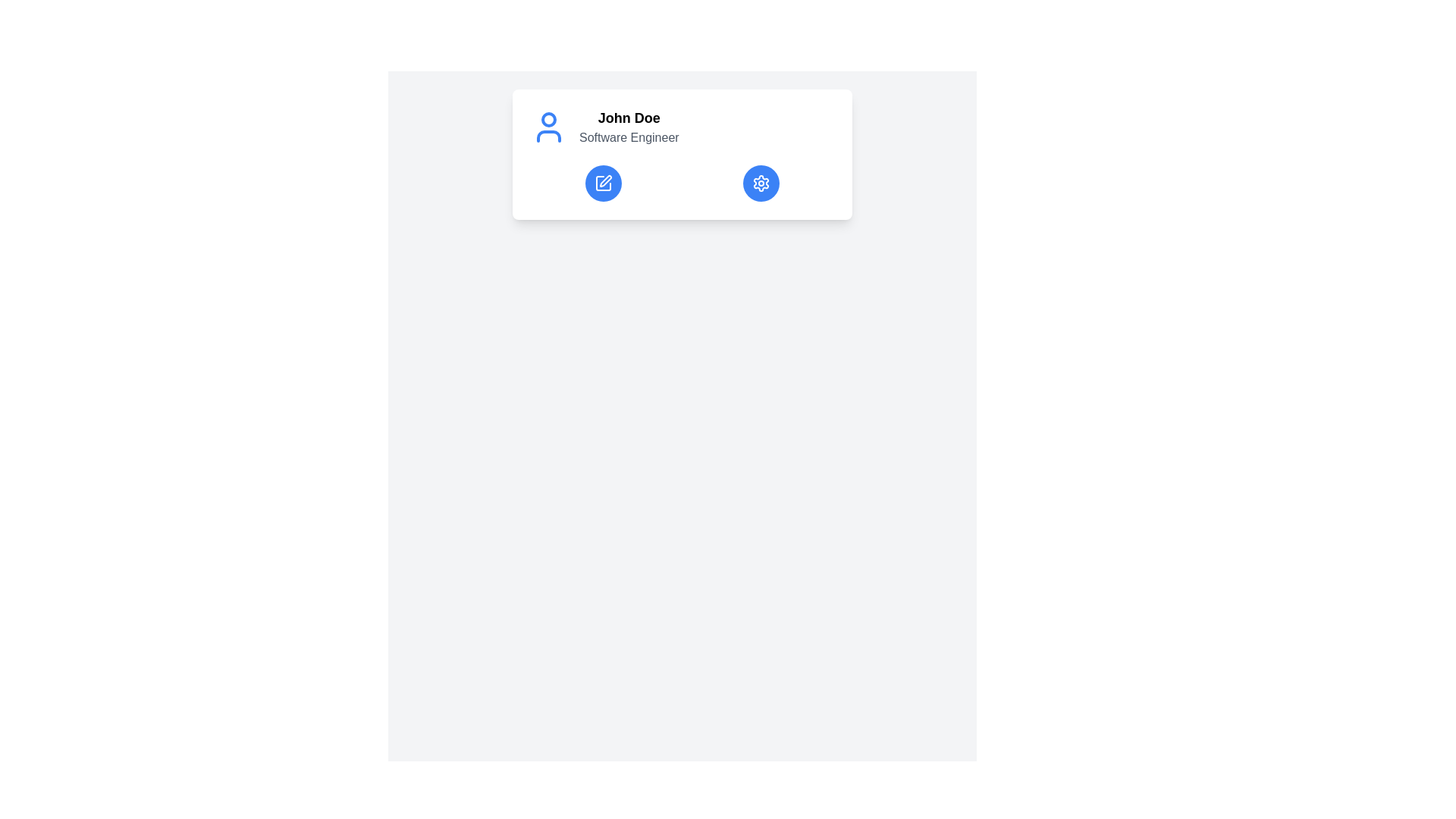  Describe the element at coordinates (603, 183) in the screenshot. I see `the square-shaped icon with a pen drawing symbol inside it, which is the leftmost icon in the row of circular buttons below the user's name and title` at that location.